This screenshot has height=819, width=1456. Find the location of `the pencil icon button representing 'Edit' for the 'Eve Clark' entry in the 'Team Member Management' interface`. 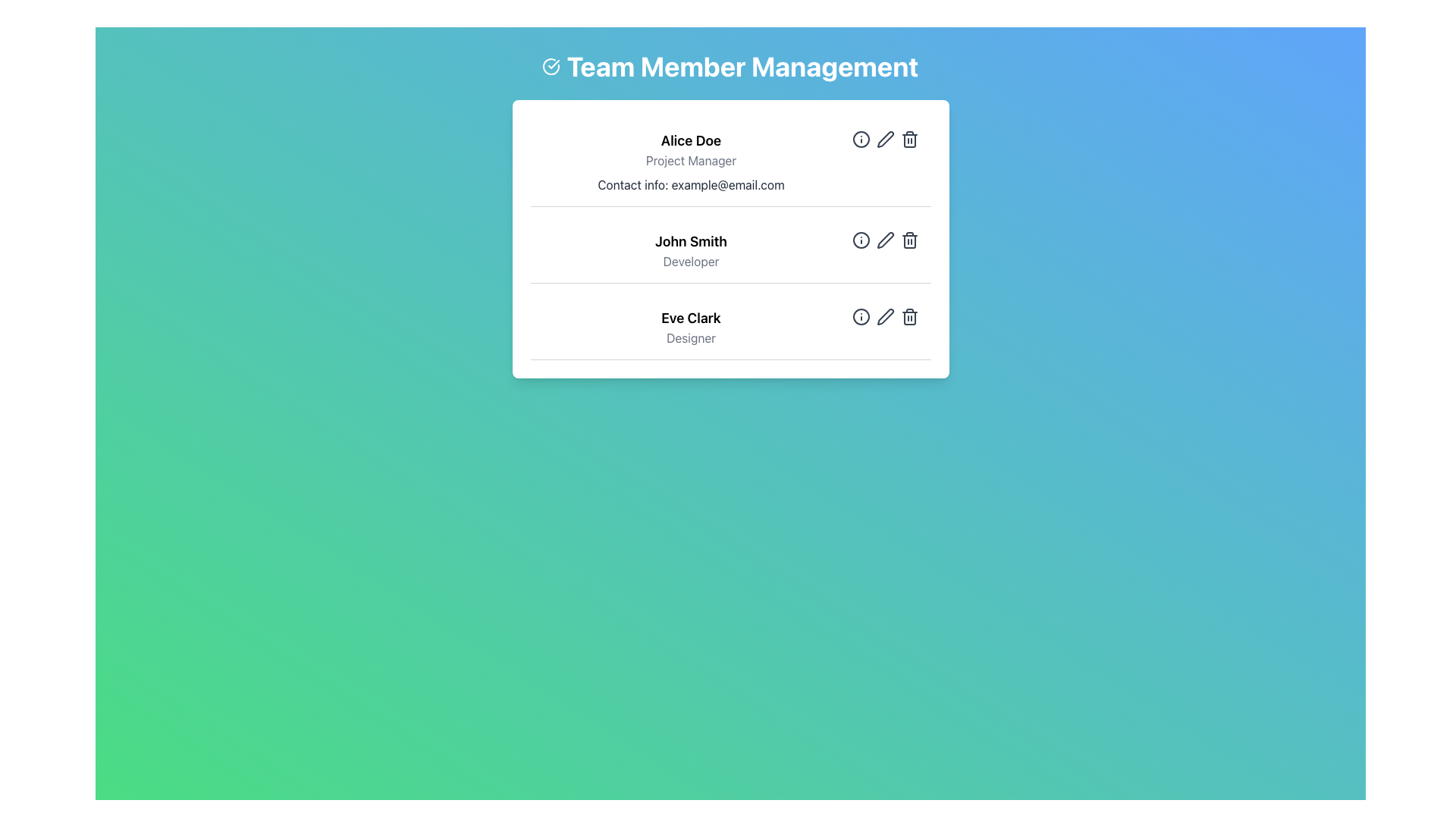

the pencil icon button representing 'Edit' for the 'Eve Clark' entry in the 'Team Member Management' interface is located at coordinates (885, 315).